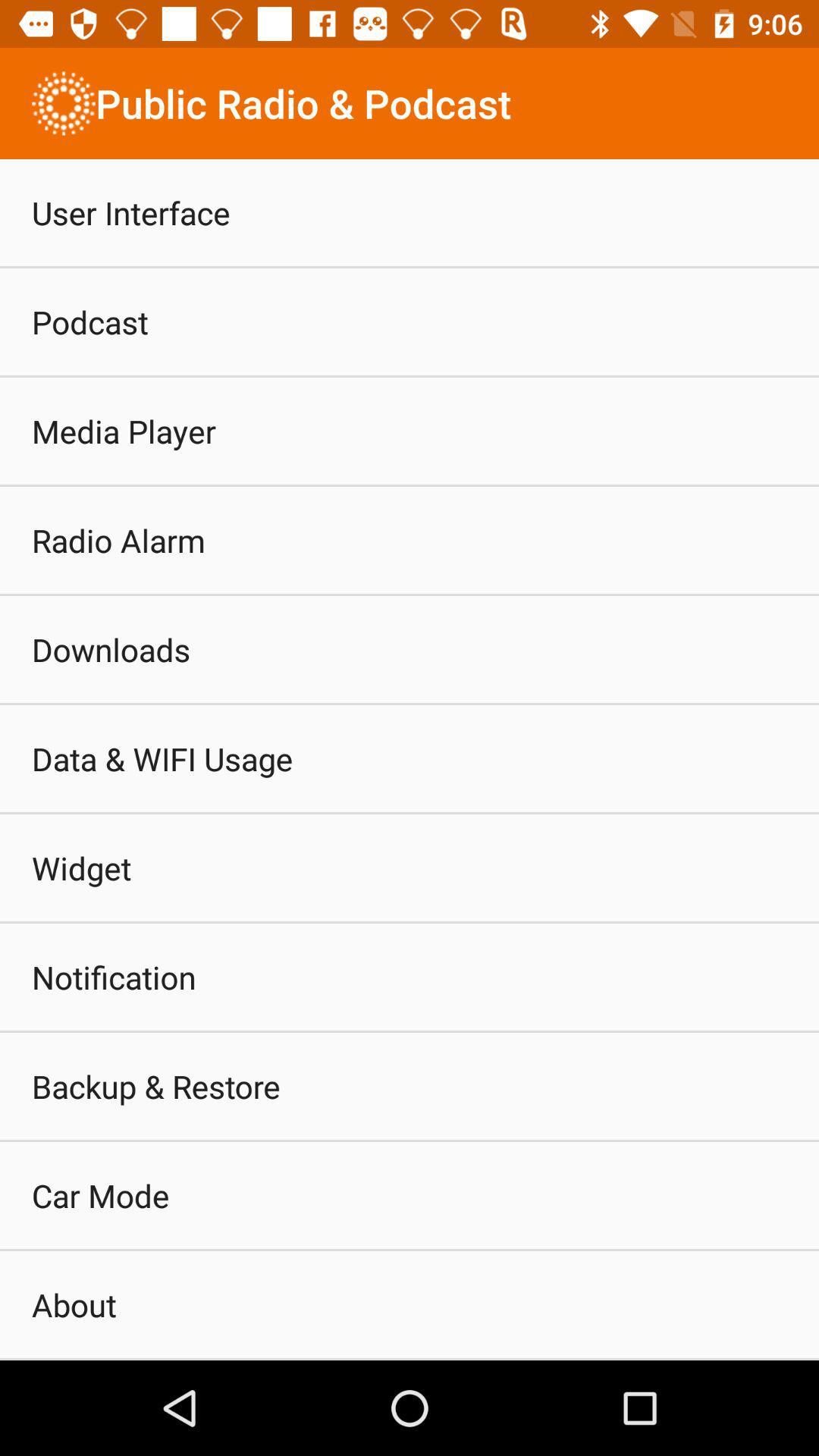 The image size is (819, 1456). What do you see at coordinates (155, 1085) in the screenshot?
I see `the backup & restore icon` at bounding box center [155, 1085].